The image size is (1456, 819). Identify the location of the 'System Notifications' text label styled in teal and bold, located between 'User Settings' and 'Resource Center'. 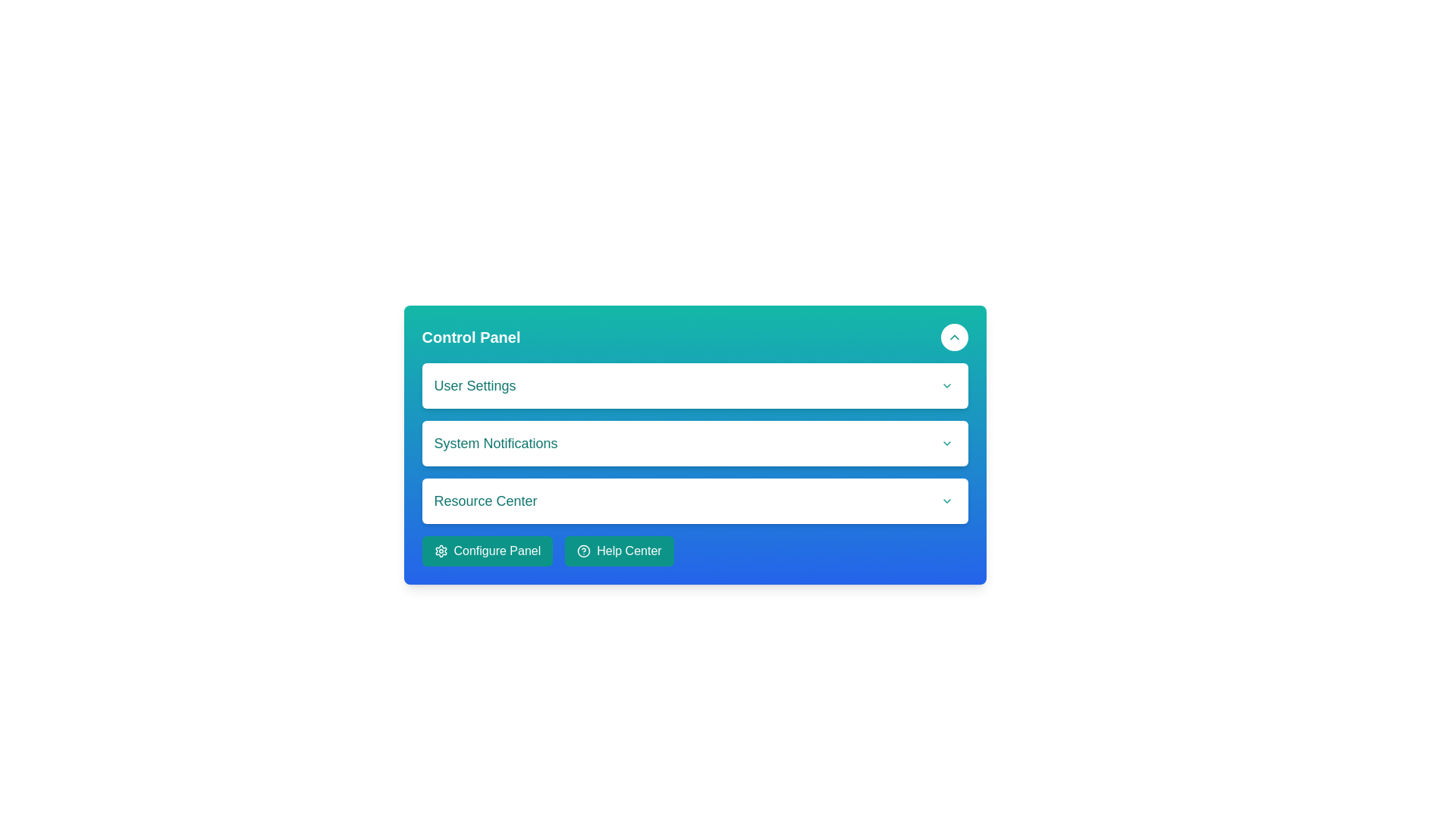
(495, 444).